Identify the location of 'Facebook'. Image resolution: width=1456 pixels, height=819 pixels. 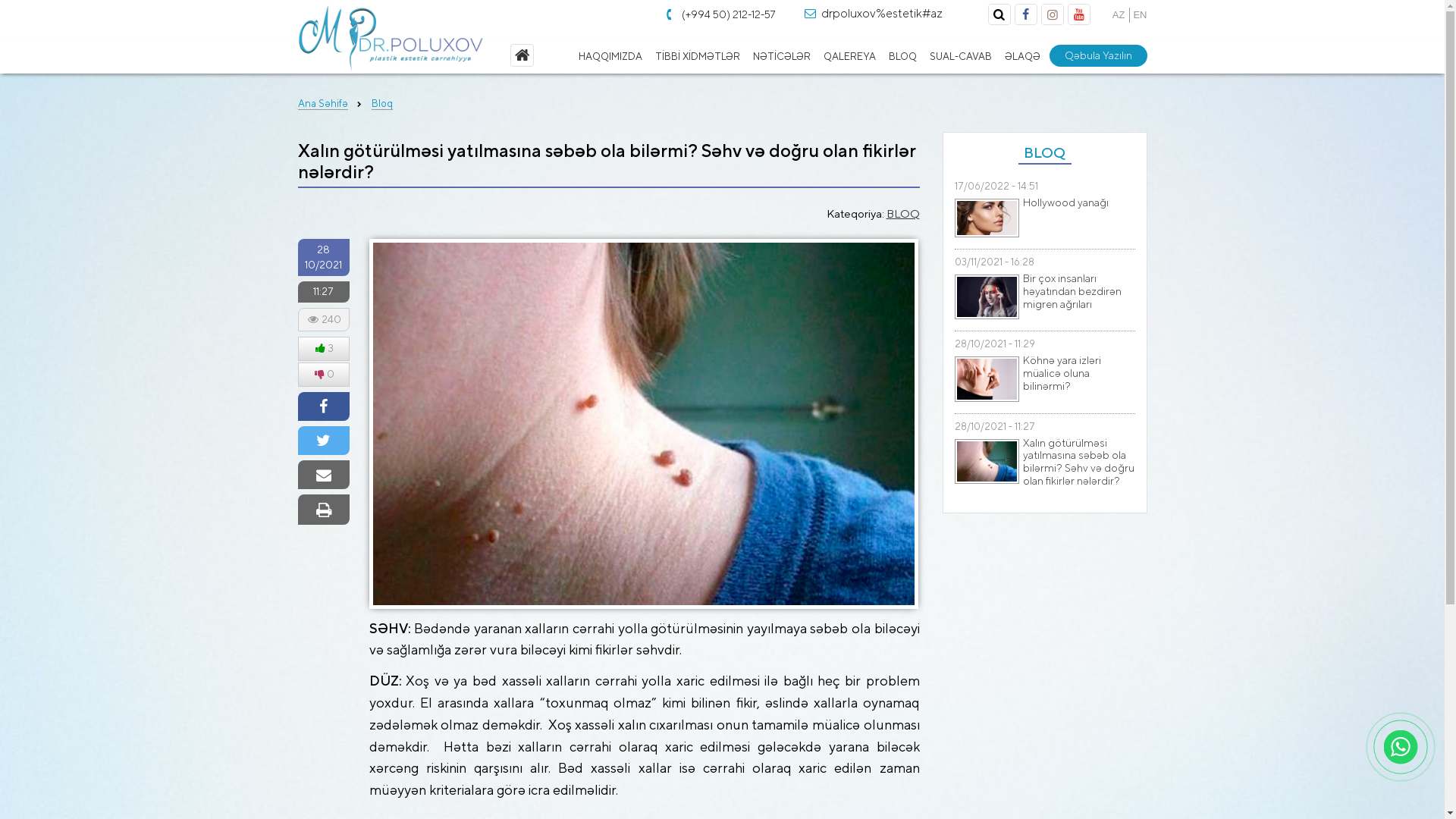
(1025, 14).